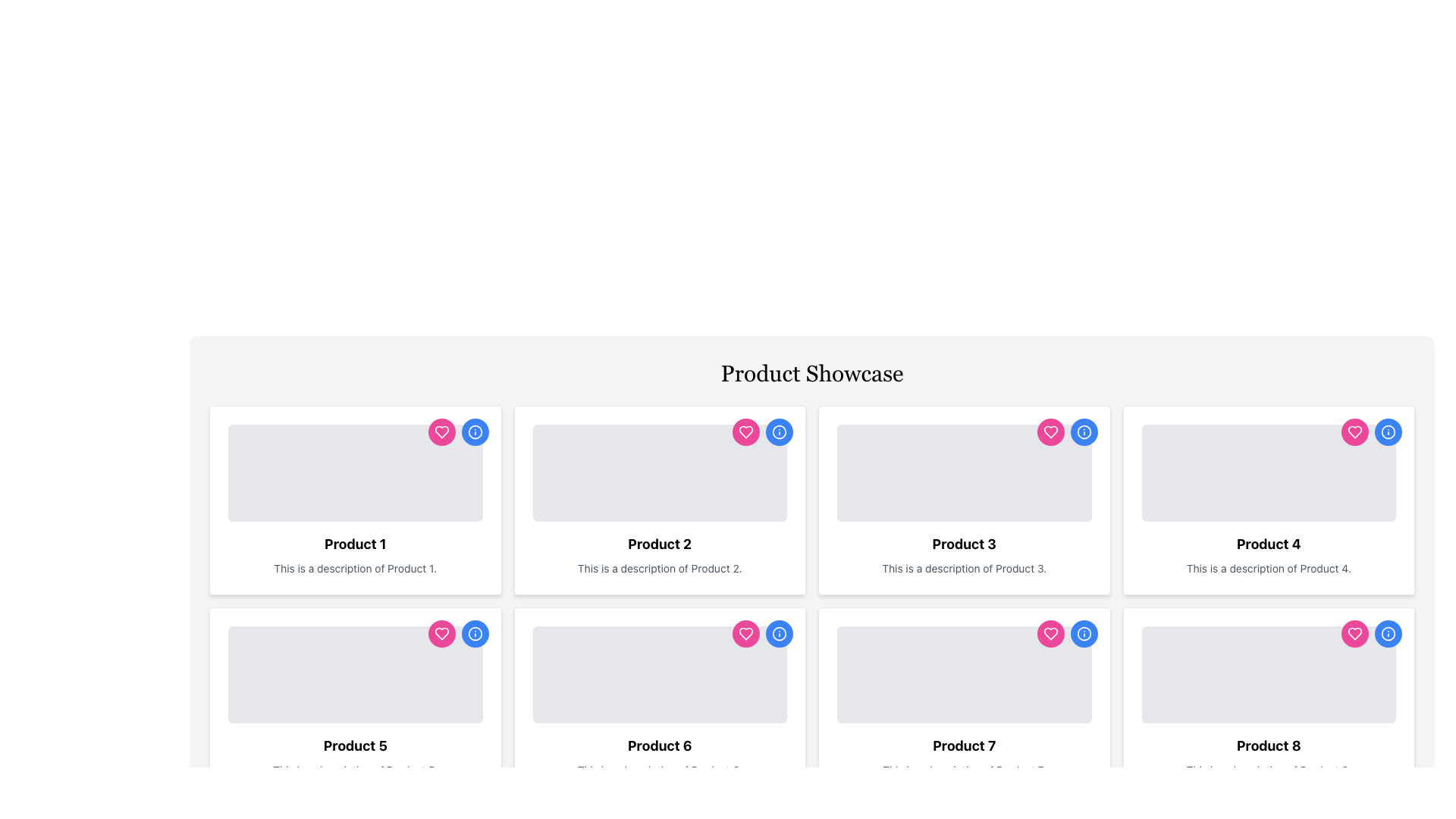 Image resolution: width=1456 pixels, height=819 pixels. What do you see at coordinates (660, 543) in the screenshot?
I see `the text label element displaying 'Product 2', which is bold and larger than surrounding text, located in the second card of the top row` at bounding box center [660, 543].